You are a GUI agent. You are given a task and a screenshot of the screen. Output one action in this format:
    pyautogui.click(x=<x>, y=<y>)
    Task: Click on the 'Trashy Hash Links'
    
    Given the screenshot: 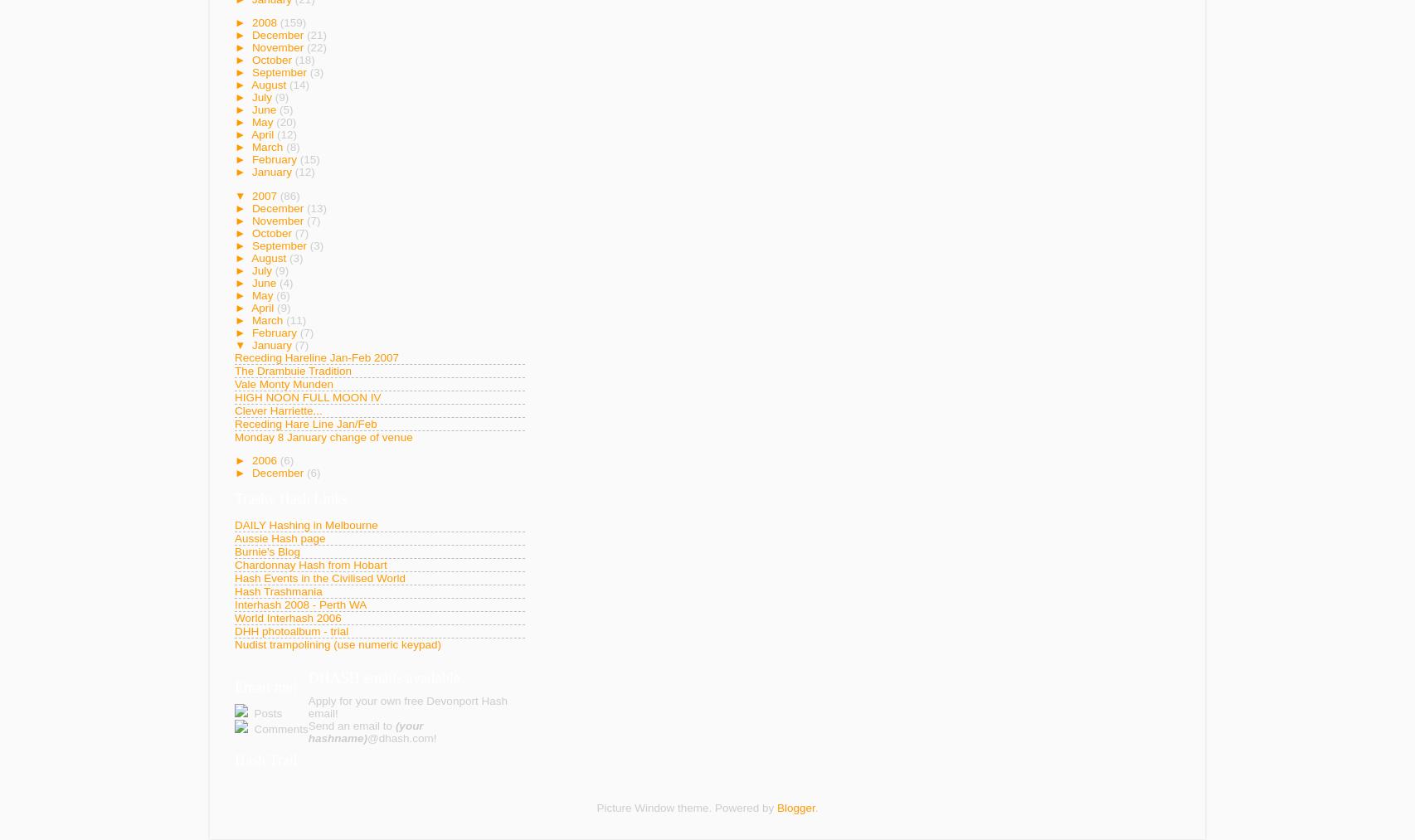 What is the action you would take?
    pyautogui.click(x=290, y=498)
    